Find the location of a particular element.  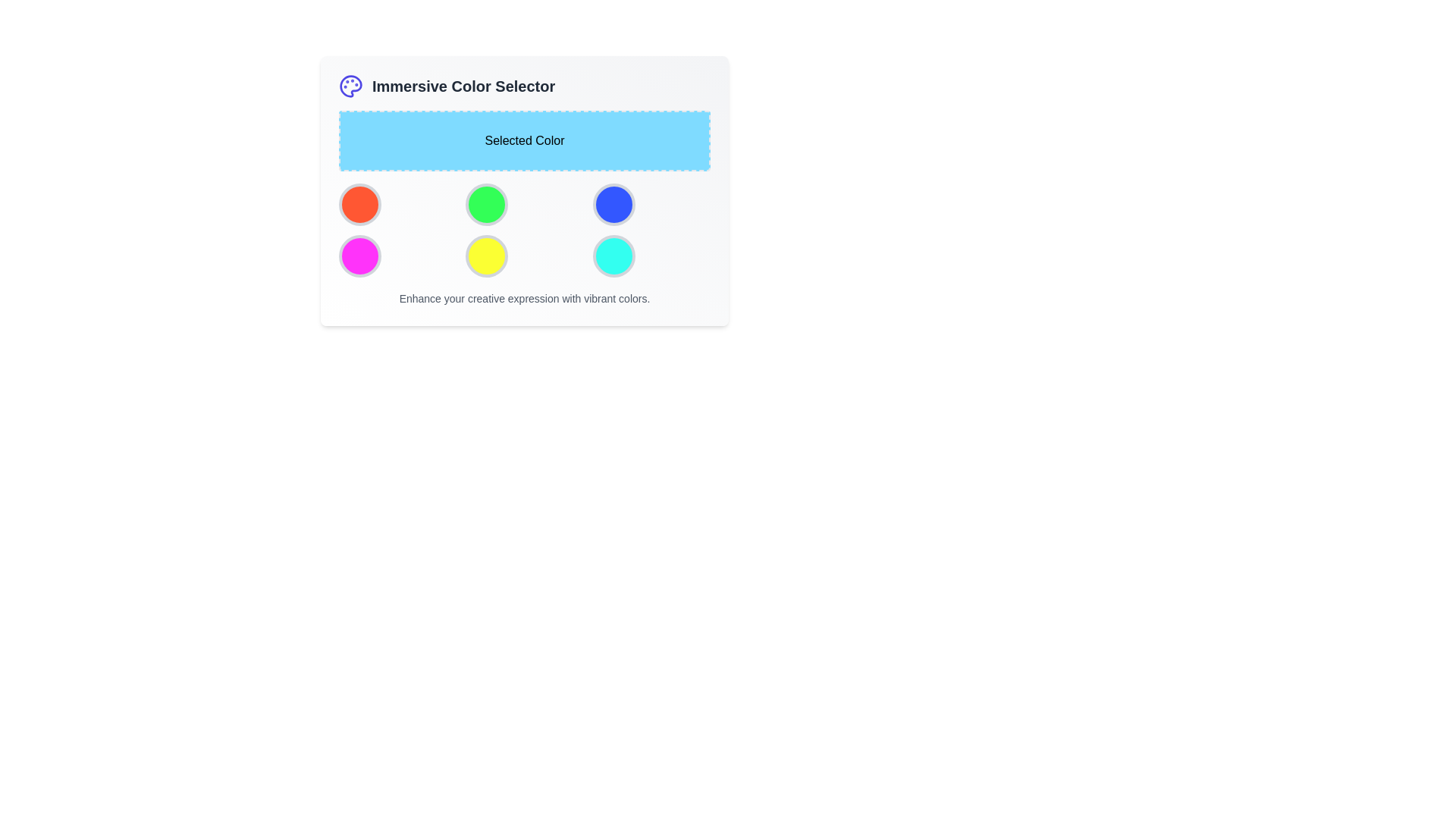

the circular color selection button located at the top-left corner of the 3x2 grid layout is located at coordinates (359, 205).